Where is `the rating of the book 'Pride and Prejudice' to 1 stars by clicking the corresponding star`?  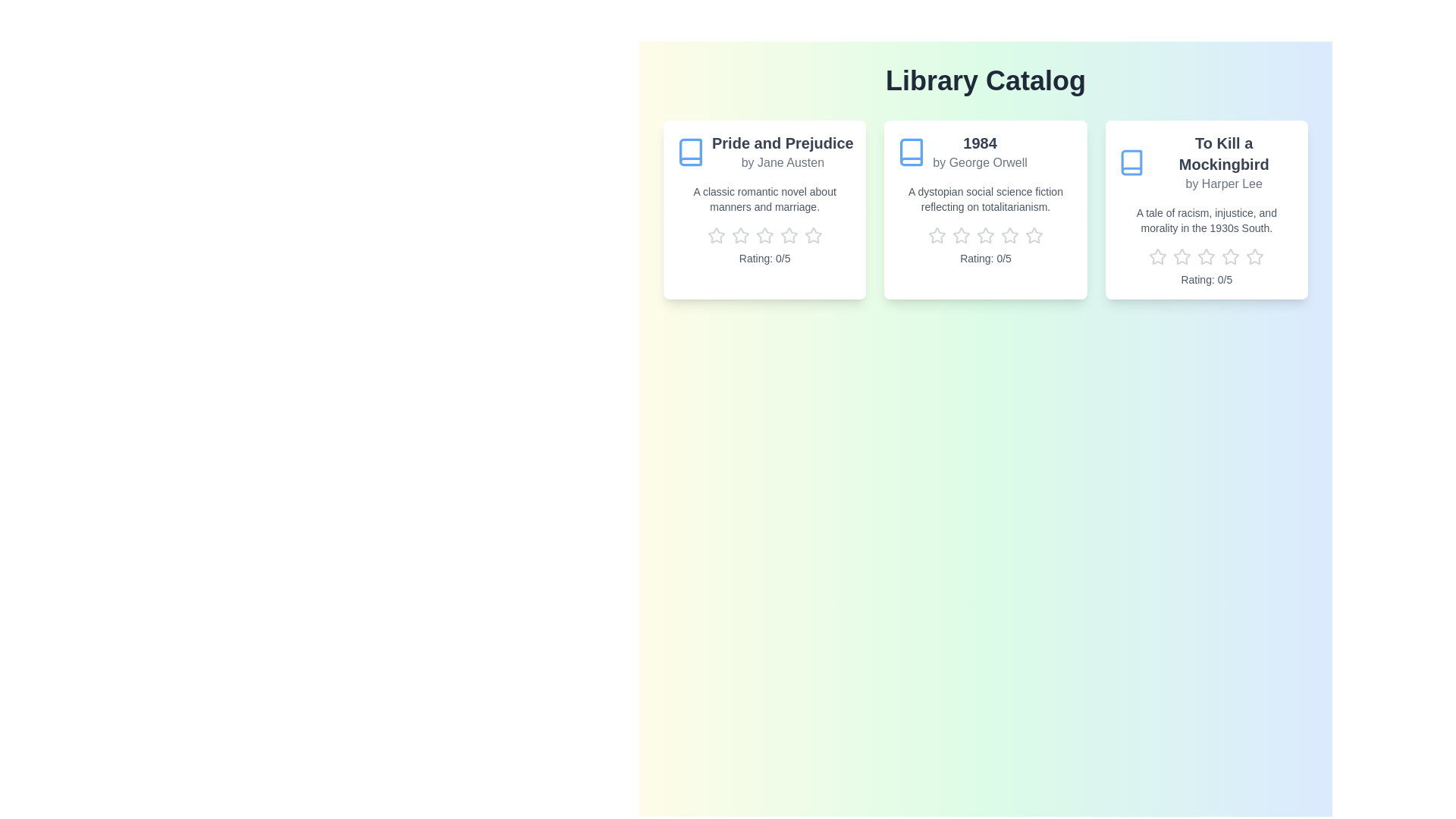 the rating of the book 'Pride and Prejudice' to 1 stars by clicking the corresponding star is located at coordinates (715, 236).